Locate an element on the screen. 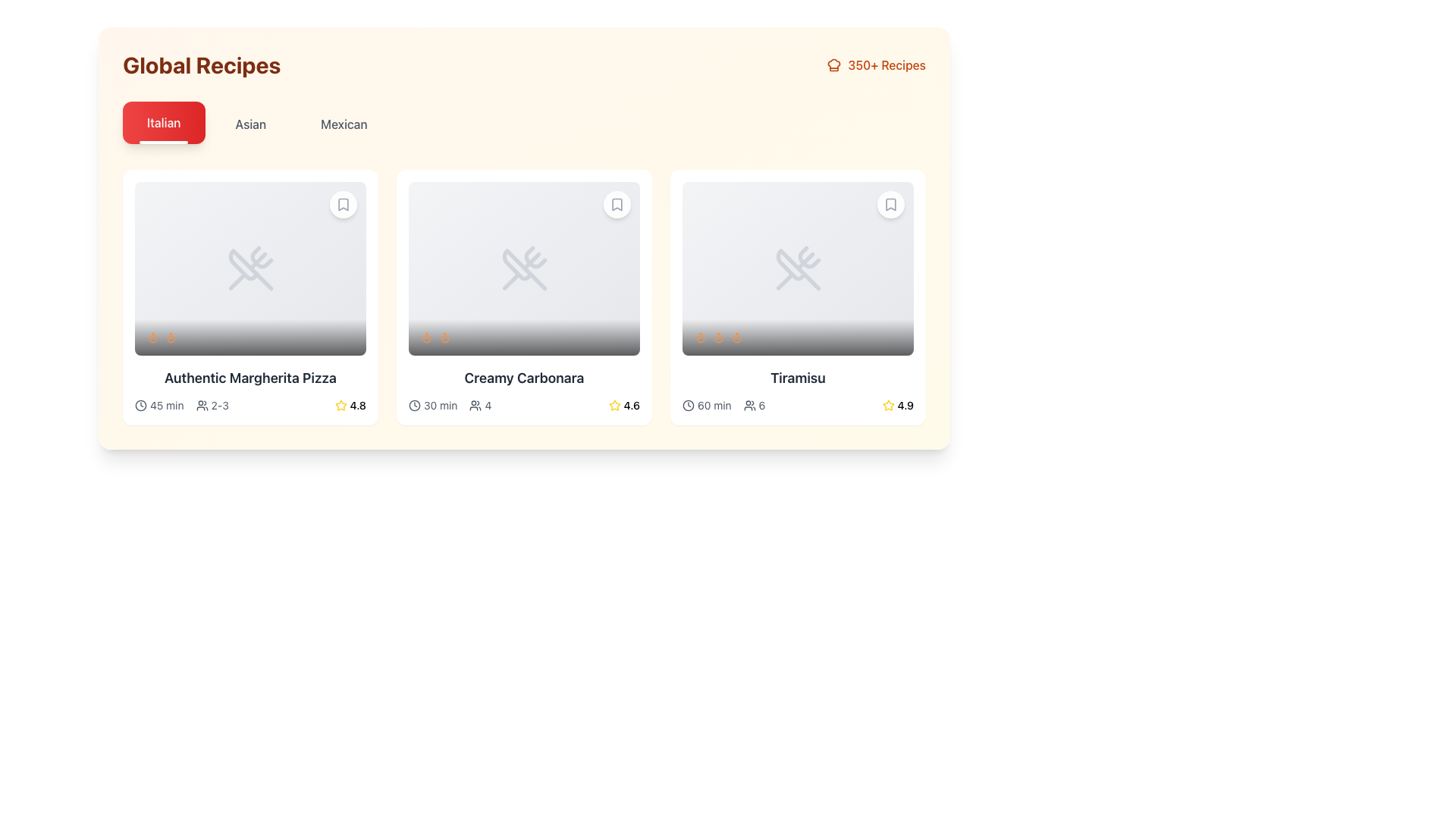 This screenshot has height=819, width=1456. the bookmark icon located at the top-right corner of the 'Creamy Carbonara' recipe card is located at coordinates (617, 205).